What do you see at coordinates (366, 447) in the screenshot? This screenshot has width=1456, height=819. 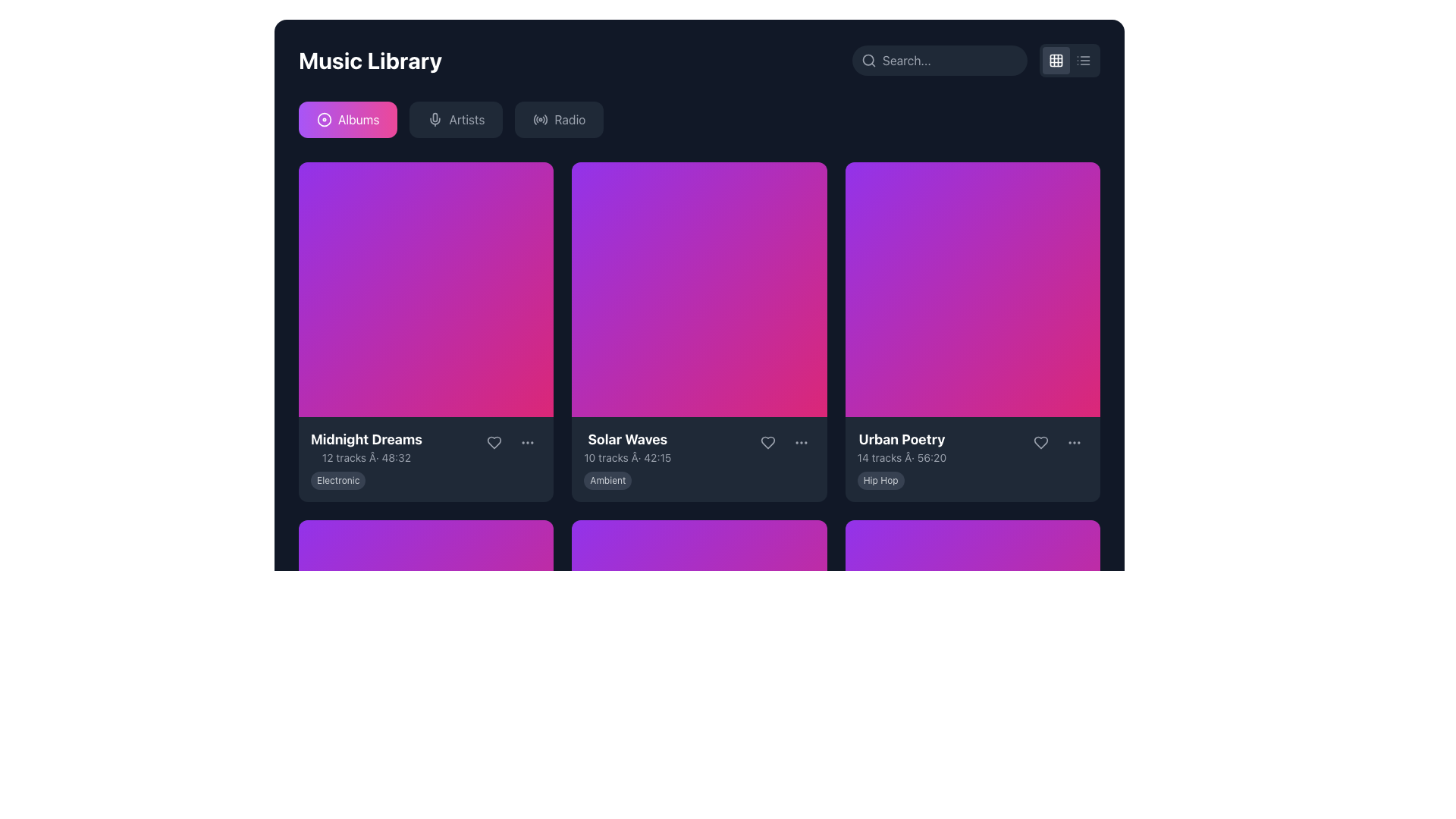 I see `contents of the text display showing 'Midnight Dreams' and '12 tracks Â· 48:32' located in the first cell of the top row in a dark-themed interface` at bounding box center [366, 447].